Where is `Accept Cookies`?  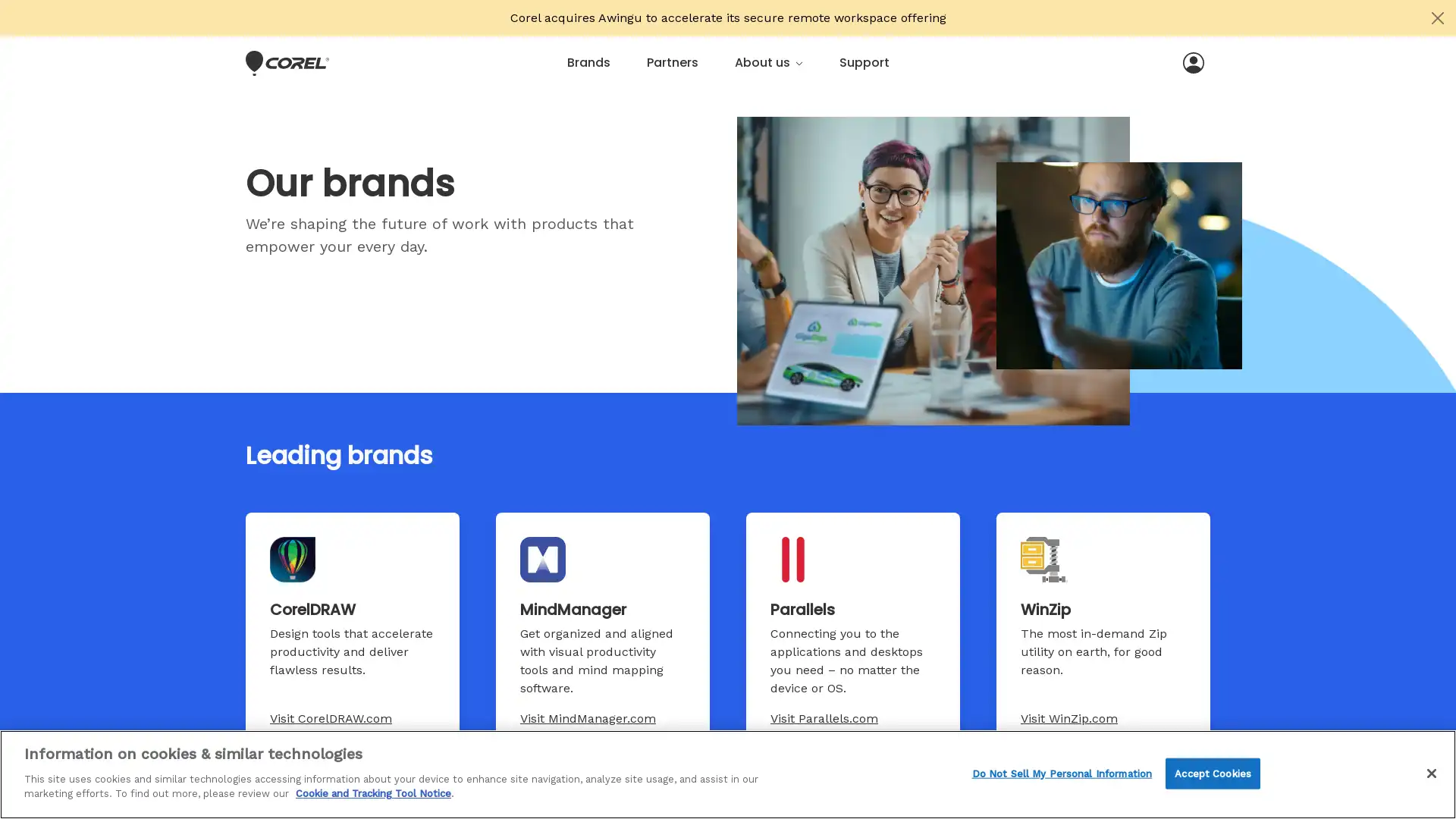
Accept Cookies is located at coordinates (1212, 773).